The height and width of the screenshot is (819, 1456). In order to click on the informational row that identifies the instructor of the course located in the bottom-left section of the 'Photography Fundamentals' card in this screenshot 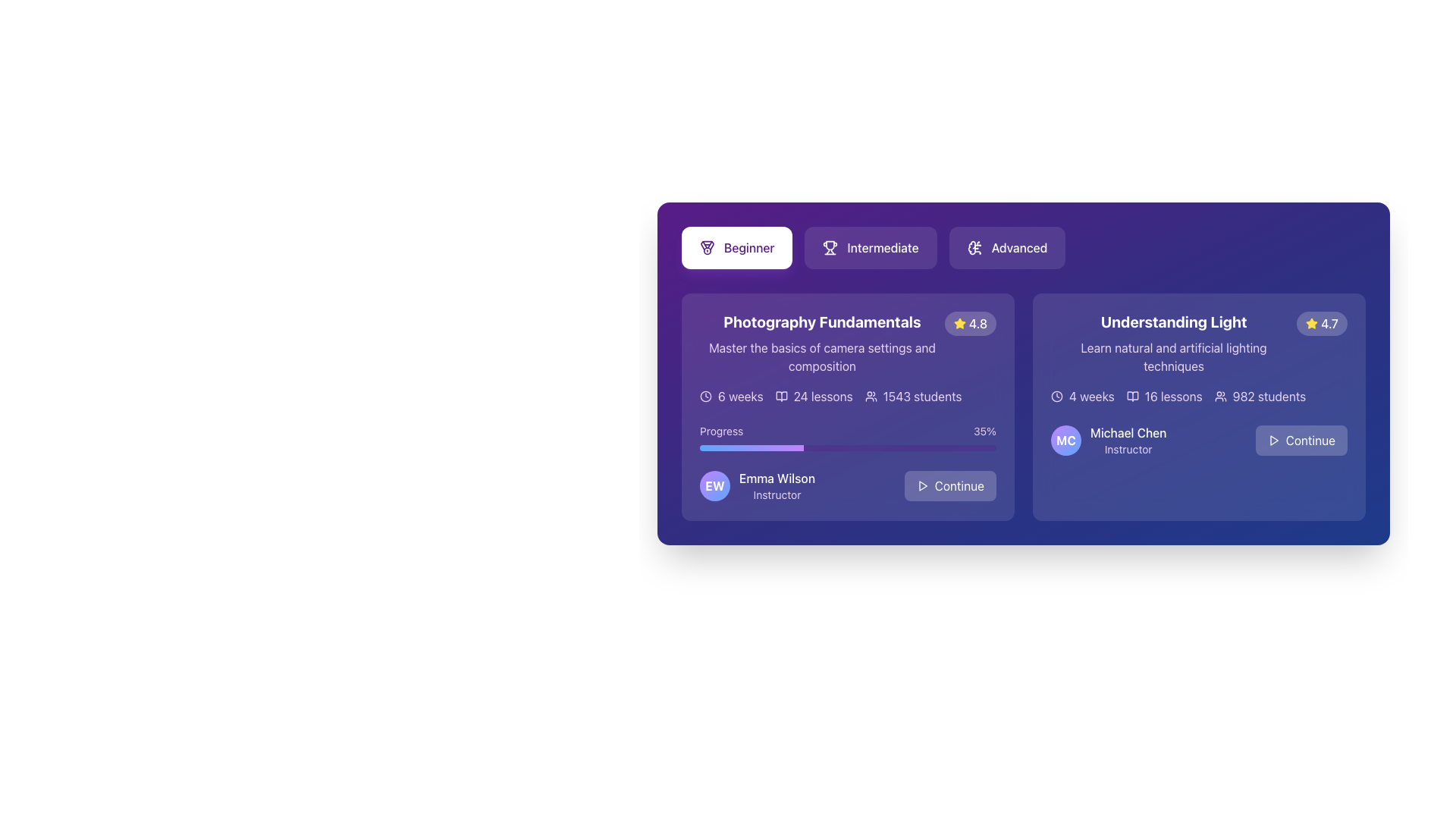, I will do `click(757, 485)`.